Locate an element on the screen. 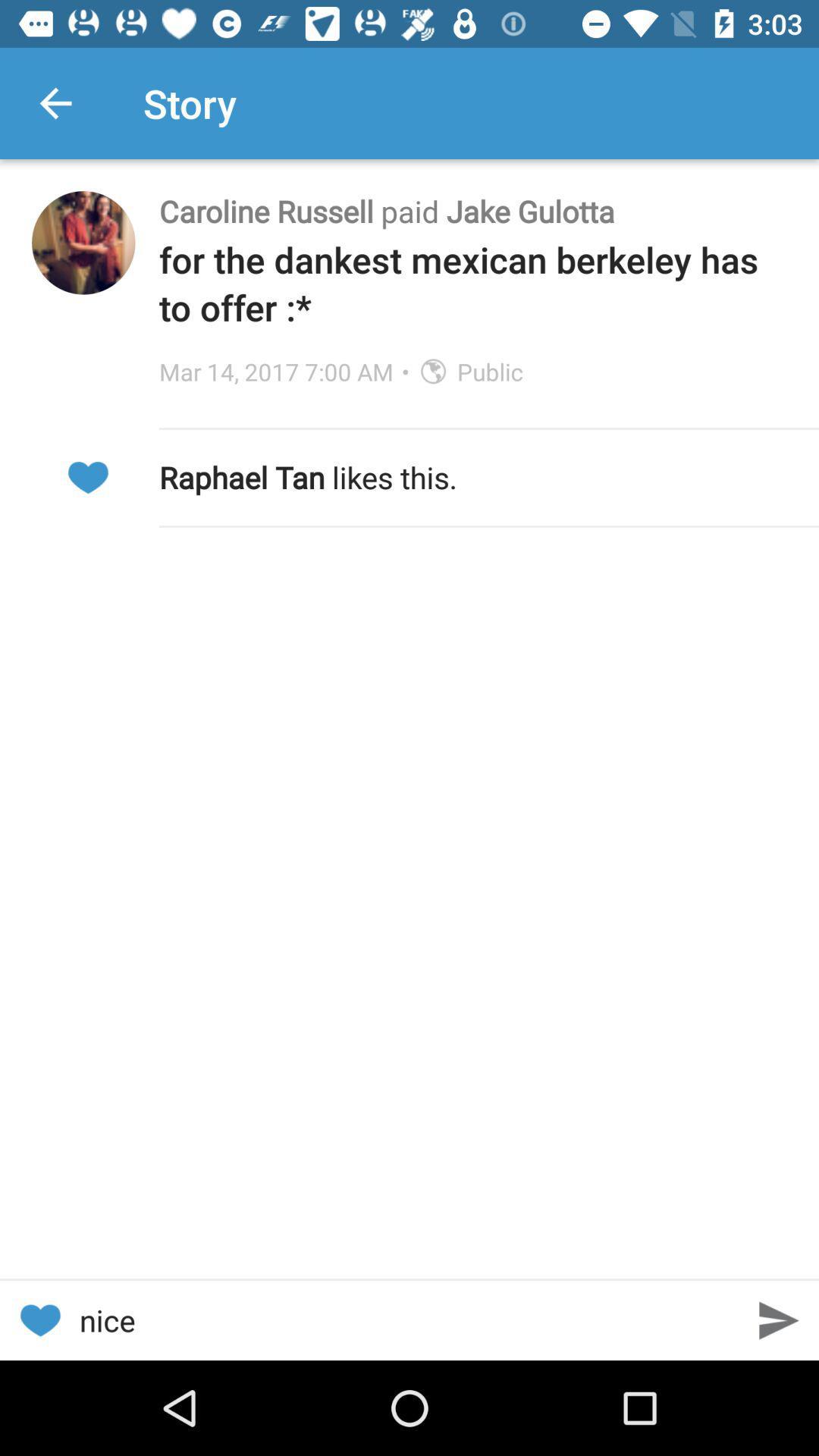 This screenshot has height=1456, width=819. next is located at coordinates (779, 1319).